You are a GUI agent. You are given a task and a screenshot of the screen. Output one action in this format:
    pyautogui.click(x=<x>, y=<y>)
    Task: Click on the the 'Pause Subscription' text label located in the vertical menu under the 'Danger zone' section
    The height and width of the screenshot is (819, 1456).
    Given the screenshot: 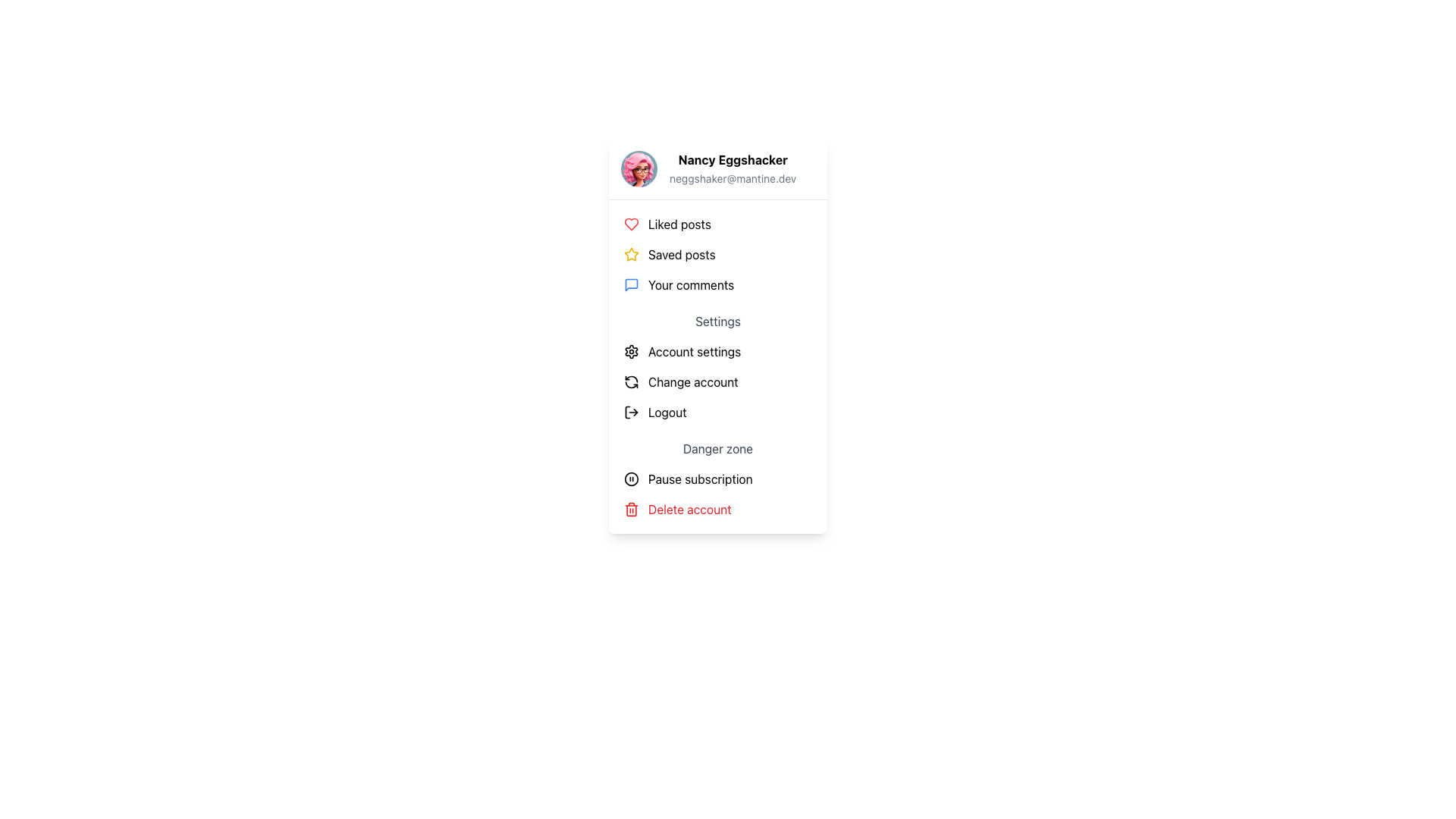 What is the action you would take?
    pyautogui.click(x=699, y=479)
    